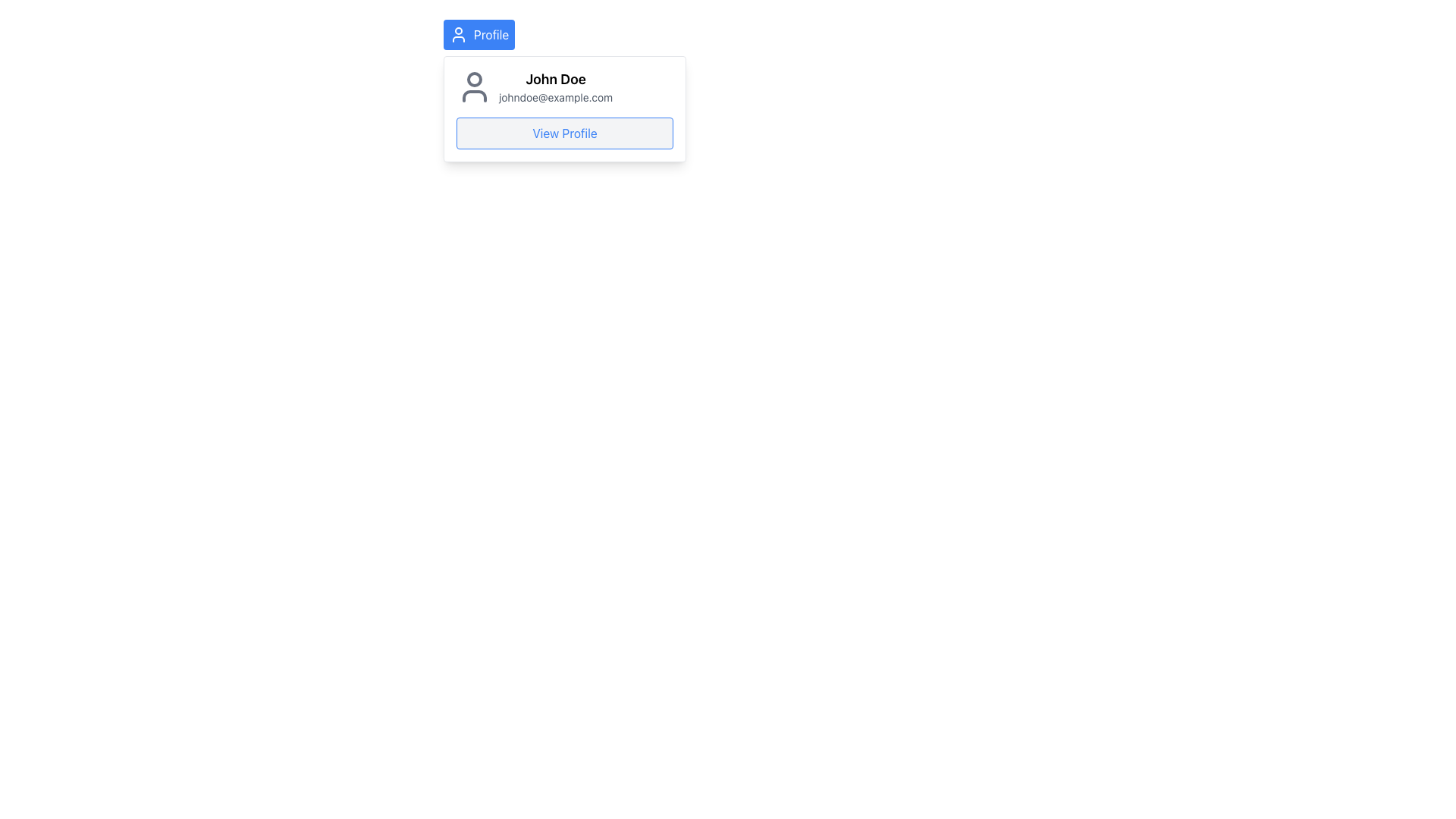  I want to click on the circular profile icon represented by the SVG Circle, located at the top-center of the user profile icon, so click(473, 79).